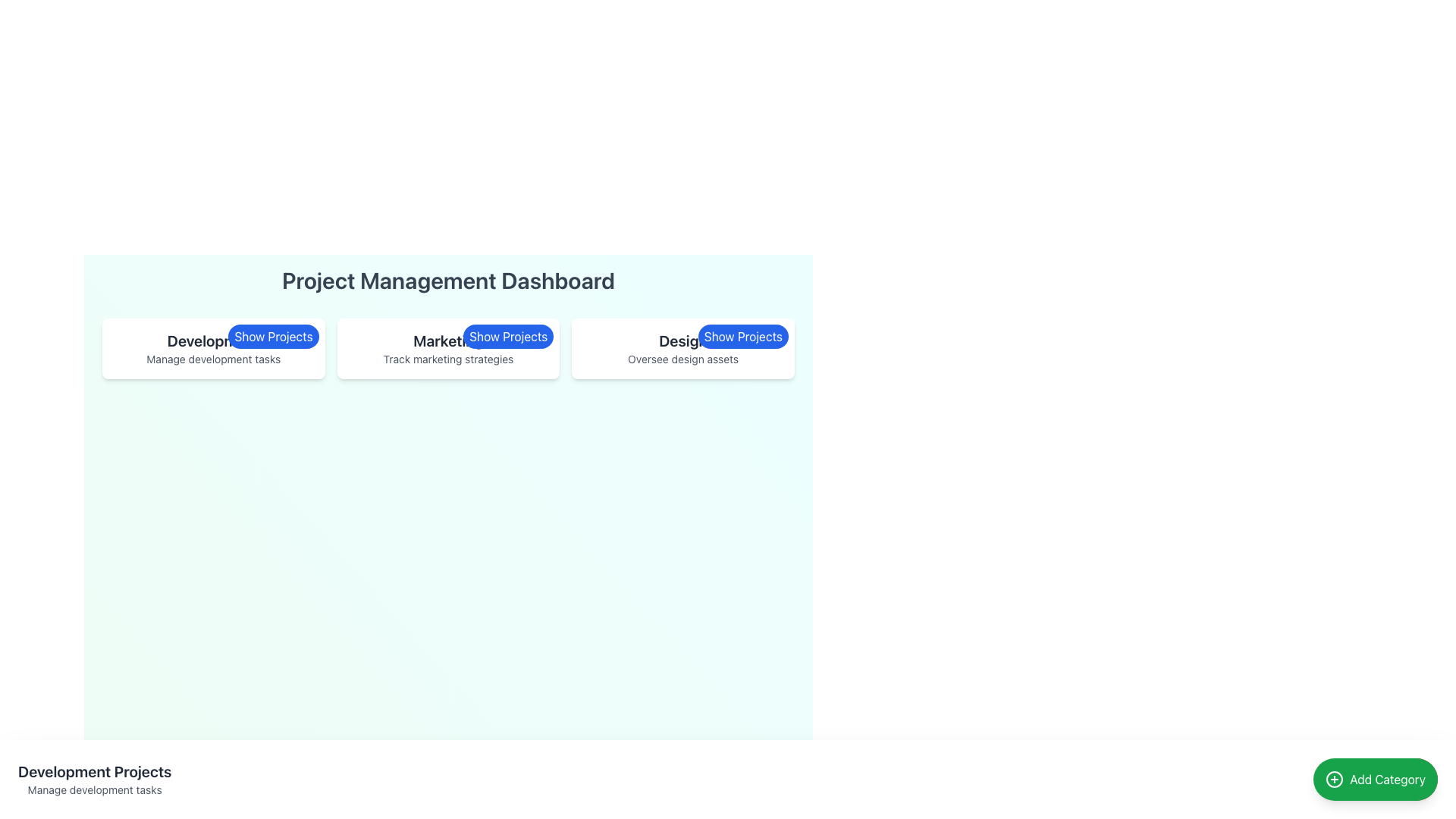 The image size is (1456, 819). I want to click on the text label that reads 'Oversee design assets', which is styled in a smaller-sized, gray font and located within a card beneath the 'Design' header, so click(682, 359).